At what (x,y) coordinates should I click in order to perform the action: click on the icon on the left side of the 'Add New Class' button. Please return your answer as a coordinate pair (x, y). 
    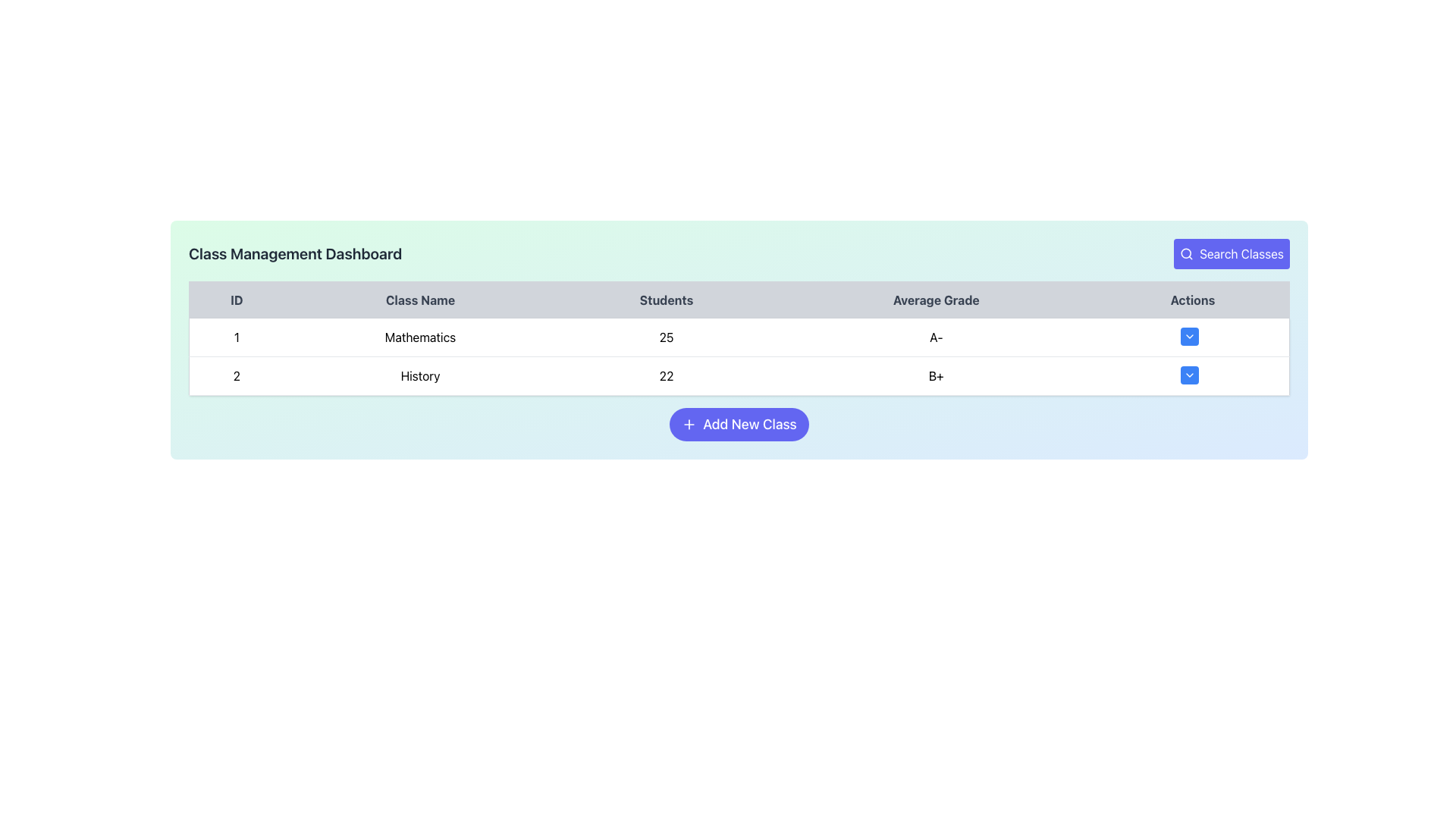
    Looking at the image, I should click on (688, 424).